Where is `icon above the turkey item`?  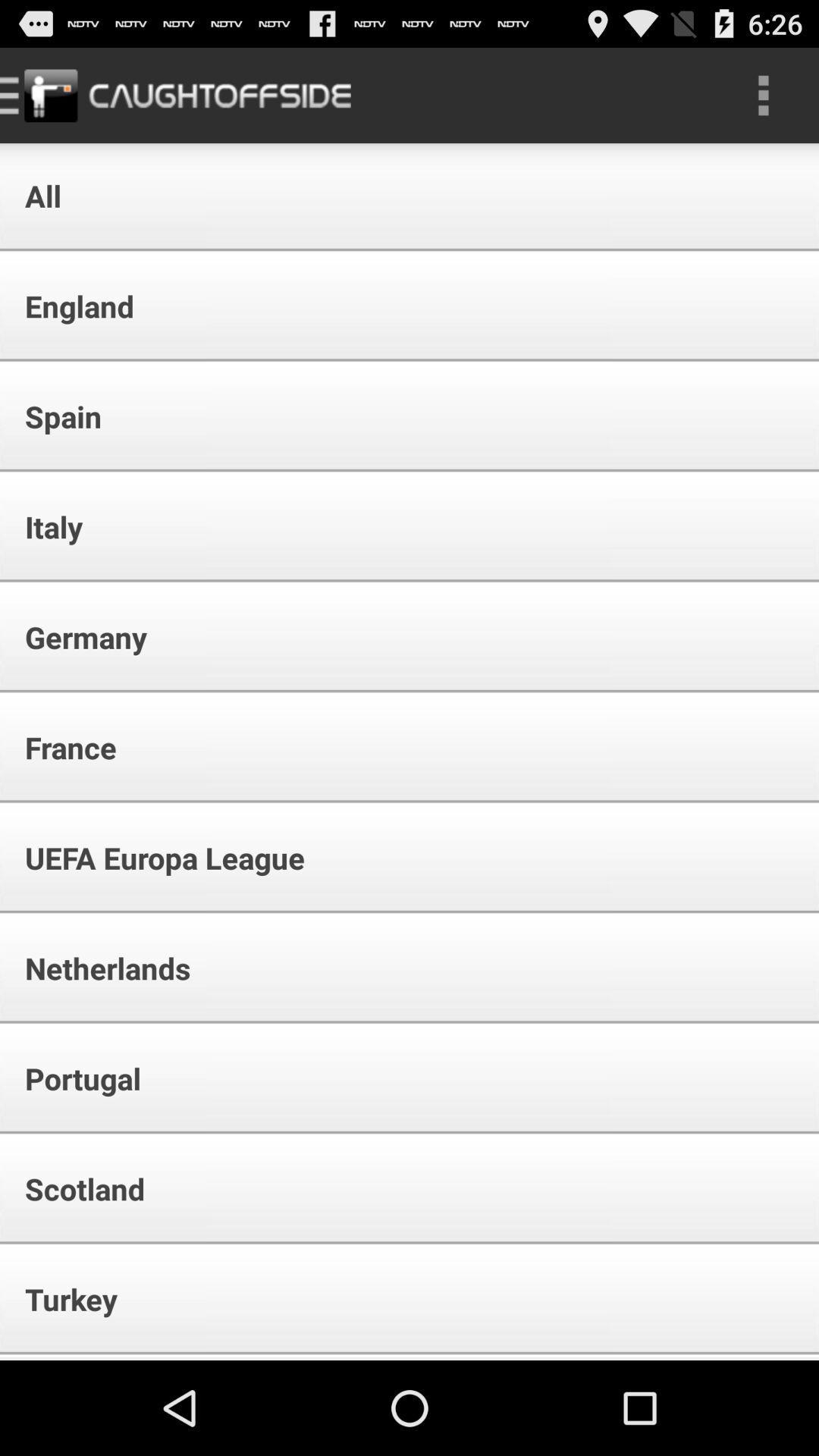 icon above the turkey item is located at coordinates (75, 1188).